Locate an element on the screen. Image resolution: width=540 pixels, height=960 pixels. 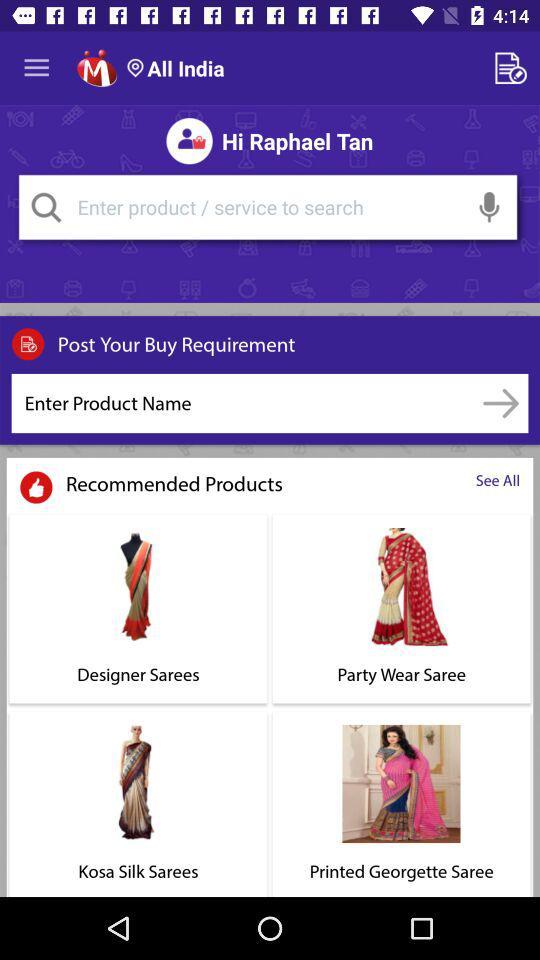
shows the search area option is located at coordinates (267, 207).